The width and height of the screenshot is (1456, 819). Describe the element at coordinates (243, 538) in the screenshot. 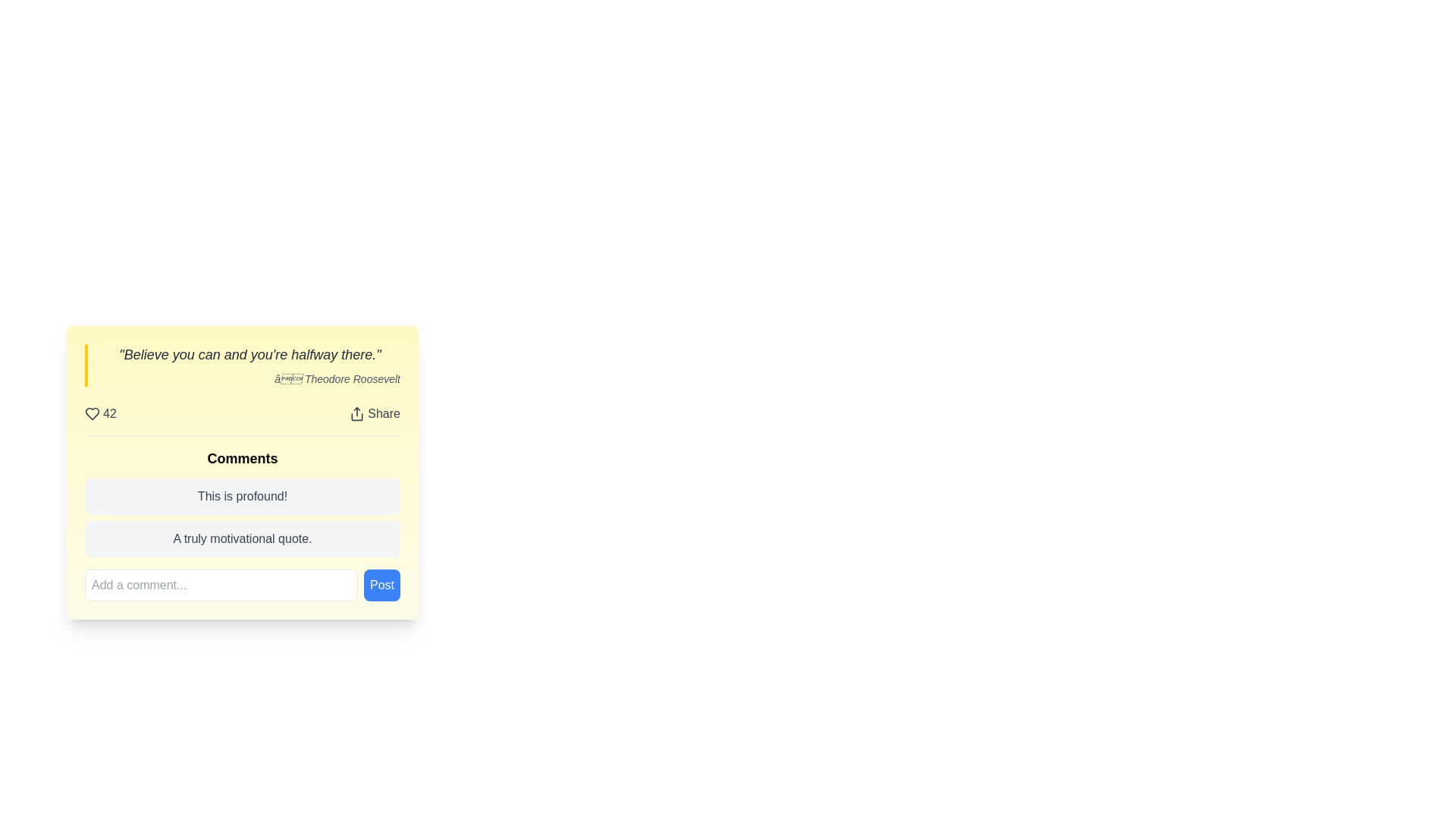

I see `the motivational quote text block located centrally in the comment section, positioned below the text block that says 'This is profound!'` at that location.